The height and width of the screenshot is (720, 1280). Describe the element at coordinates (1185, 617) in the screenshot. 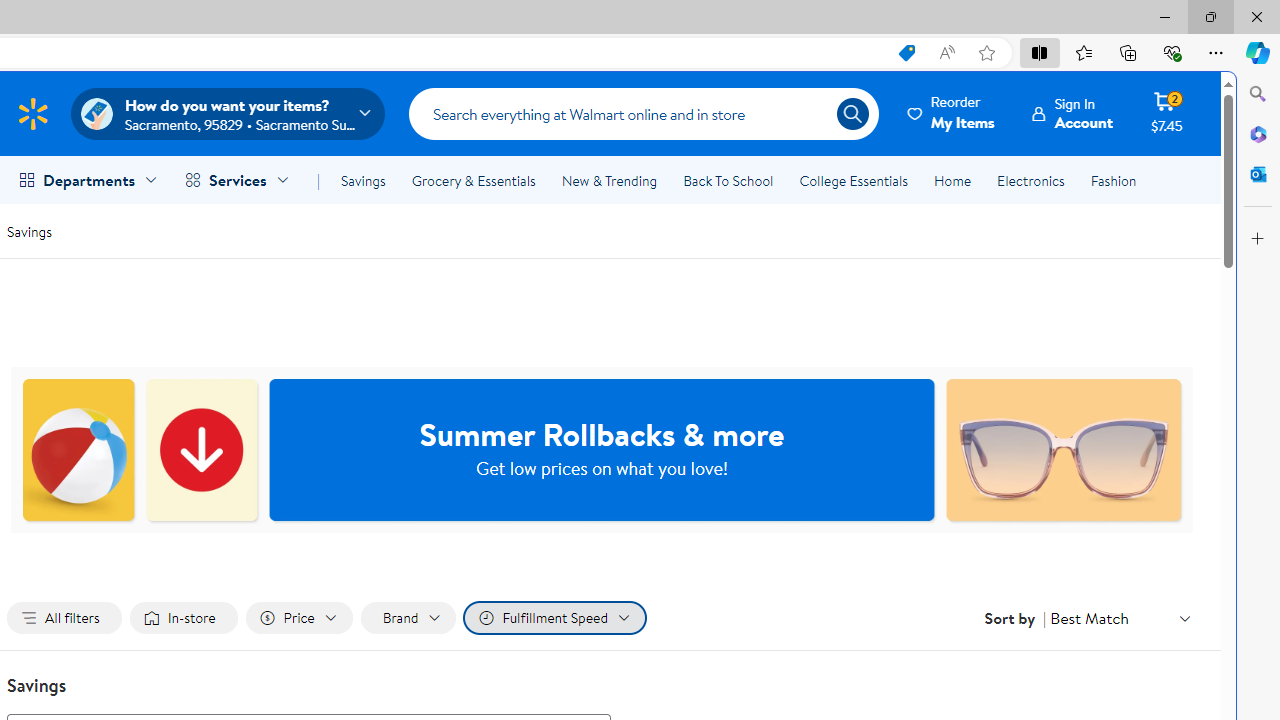

I see `'Class: ld ld-ChevronDown pa0 ml6'` at that location.